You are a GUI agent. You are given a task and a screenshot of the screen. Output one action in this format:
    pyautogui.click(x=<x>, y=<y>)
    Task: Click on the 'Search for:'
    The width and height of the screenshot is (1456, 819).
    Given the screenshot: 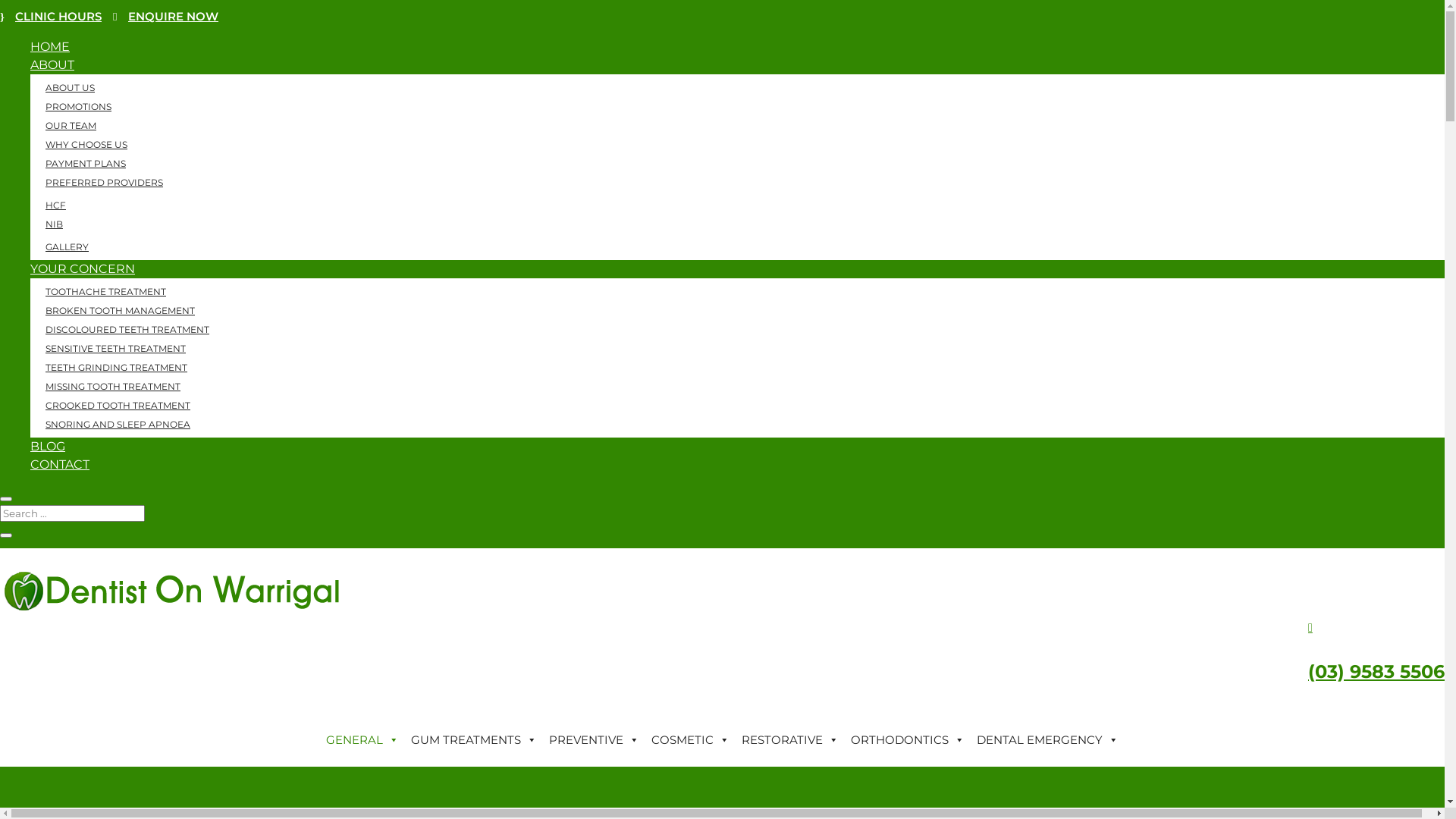 What is the action you would take?
    pyautogui.click(x=71, y=513)
    